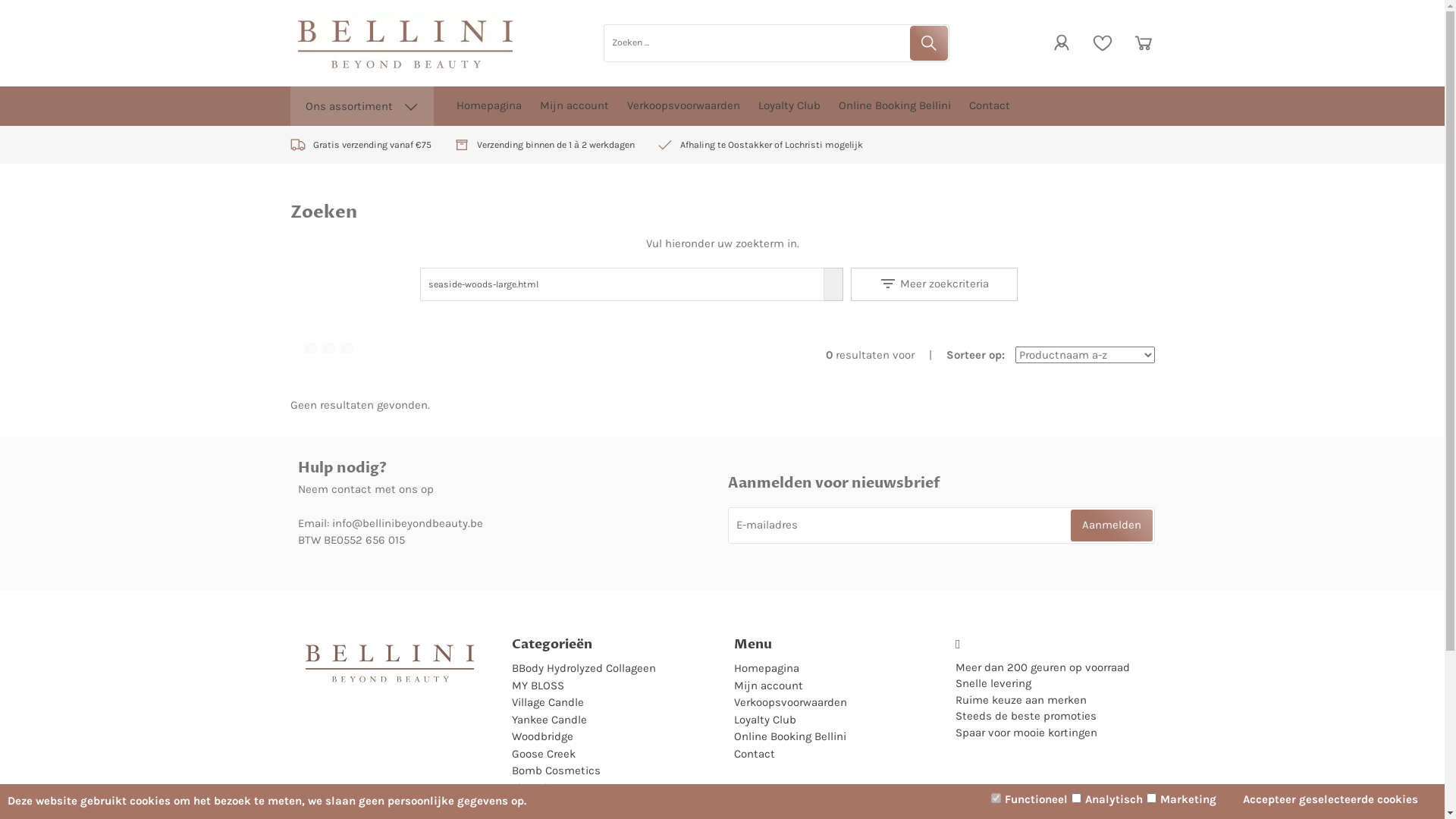  I want to click on 'Yankee Candle', so click(512, 718).